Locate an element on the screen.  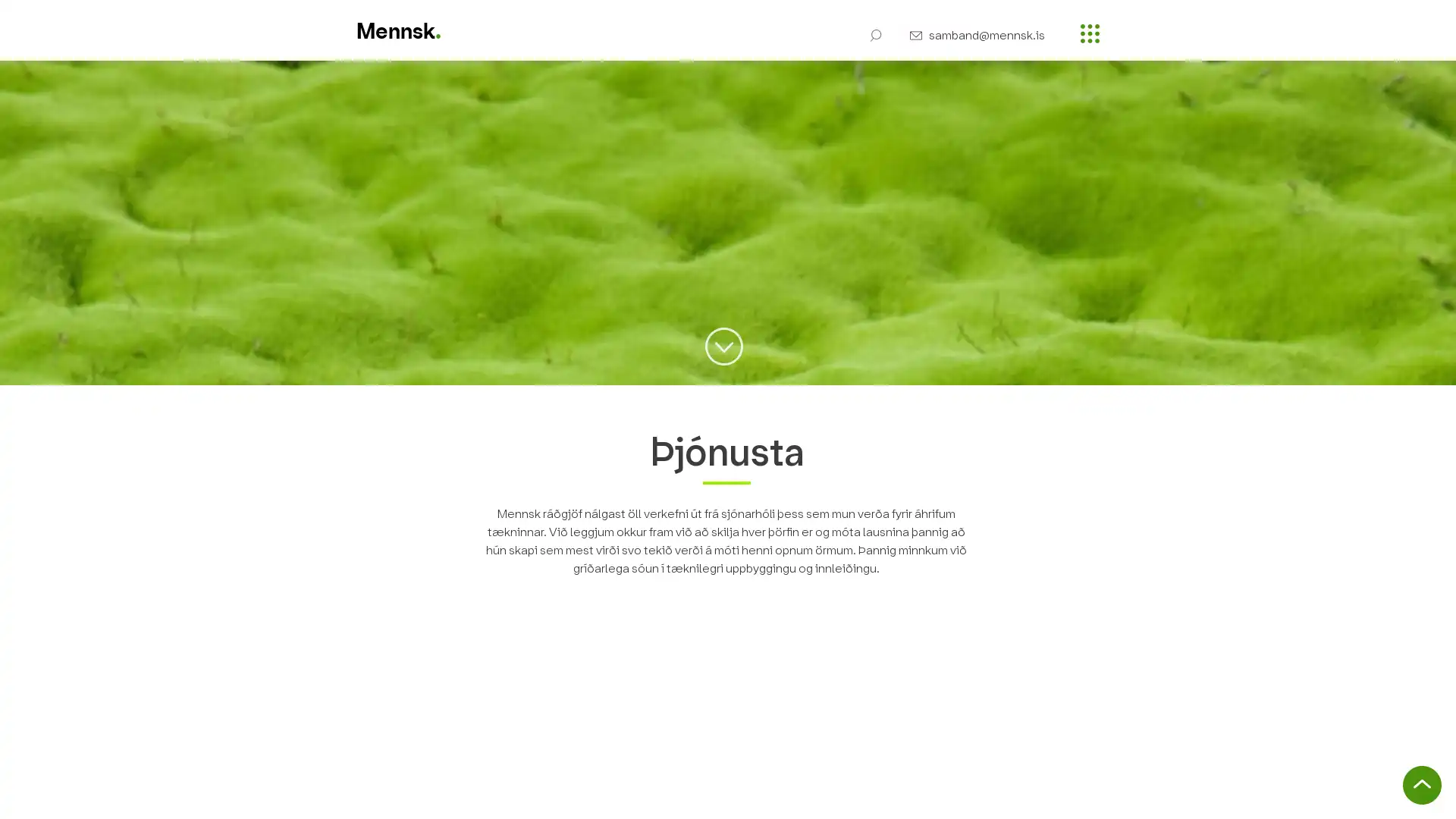
Close is located at coordinates (1437, 794).